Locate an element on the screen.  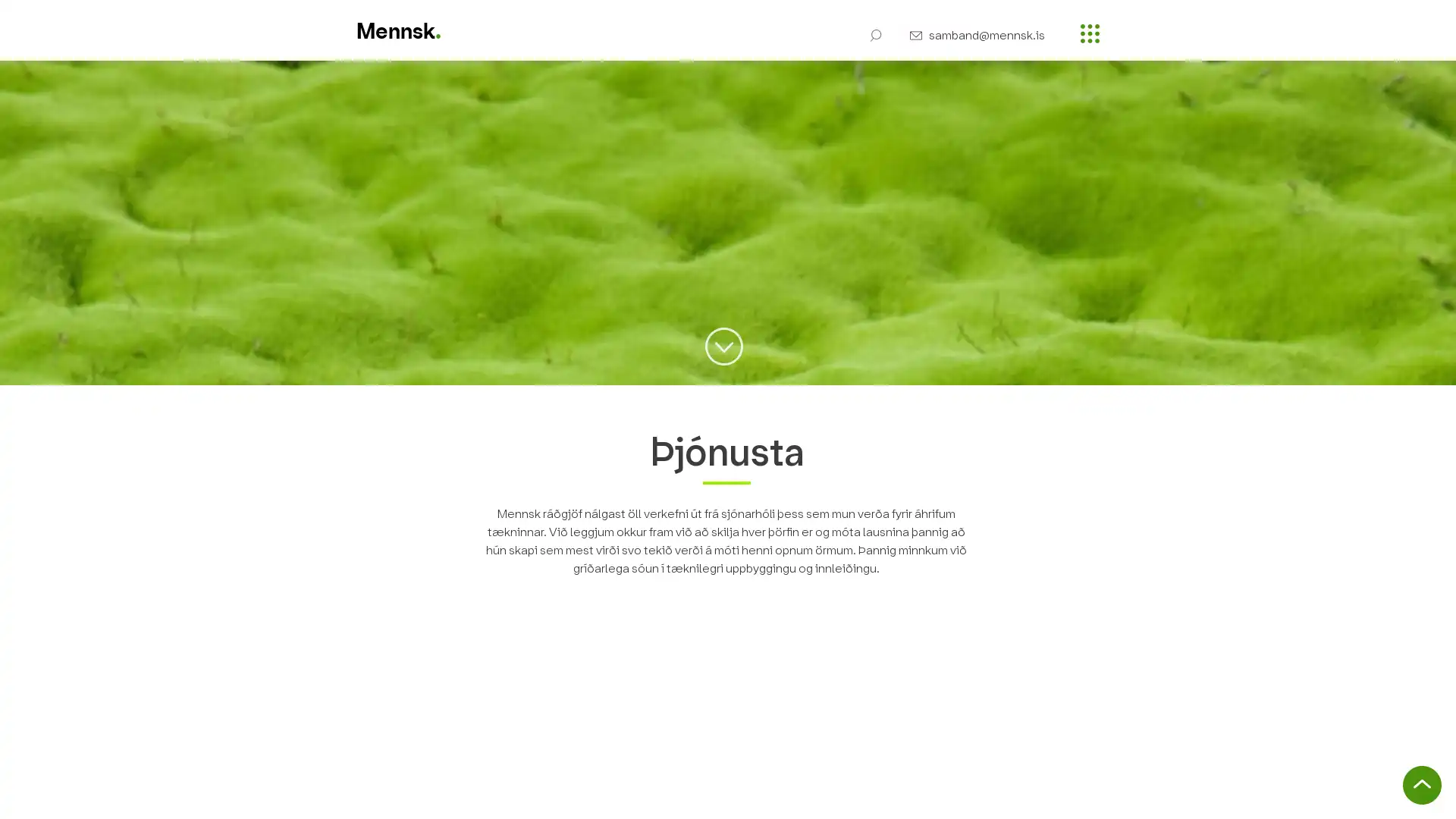
Close is located at coordinates (1437, 794).